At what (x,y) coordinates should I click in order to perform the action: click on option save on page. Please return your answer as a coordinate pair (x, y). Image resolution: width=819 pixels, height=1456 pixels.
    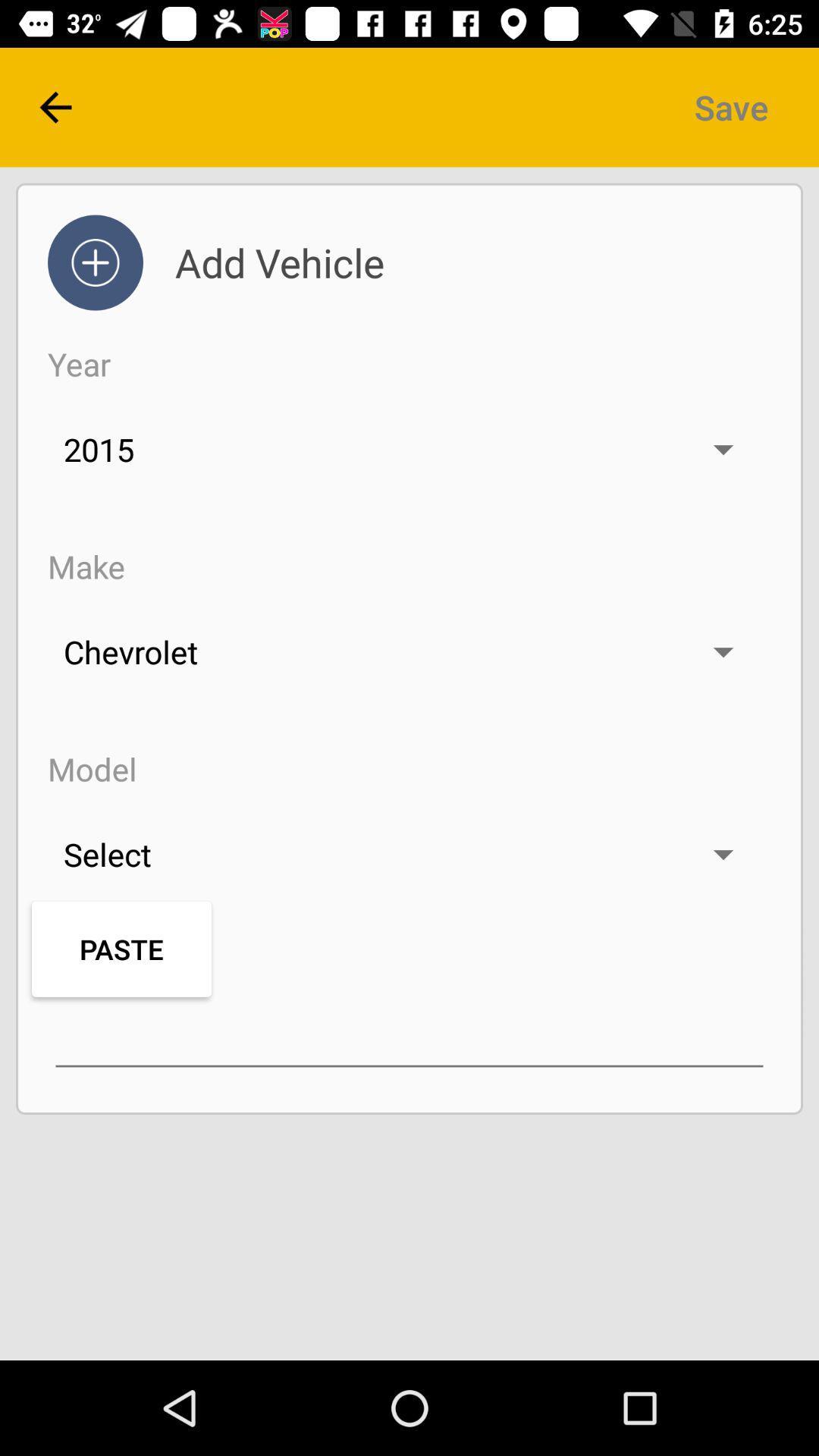
    Looking at the image, I should click on (730, 107).